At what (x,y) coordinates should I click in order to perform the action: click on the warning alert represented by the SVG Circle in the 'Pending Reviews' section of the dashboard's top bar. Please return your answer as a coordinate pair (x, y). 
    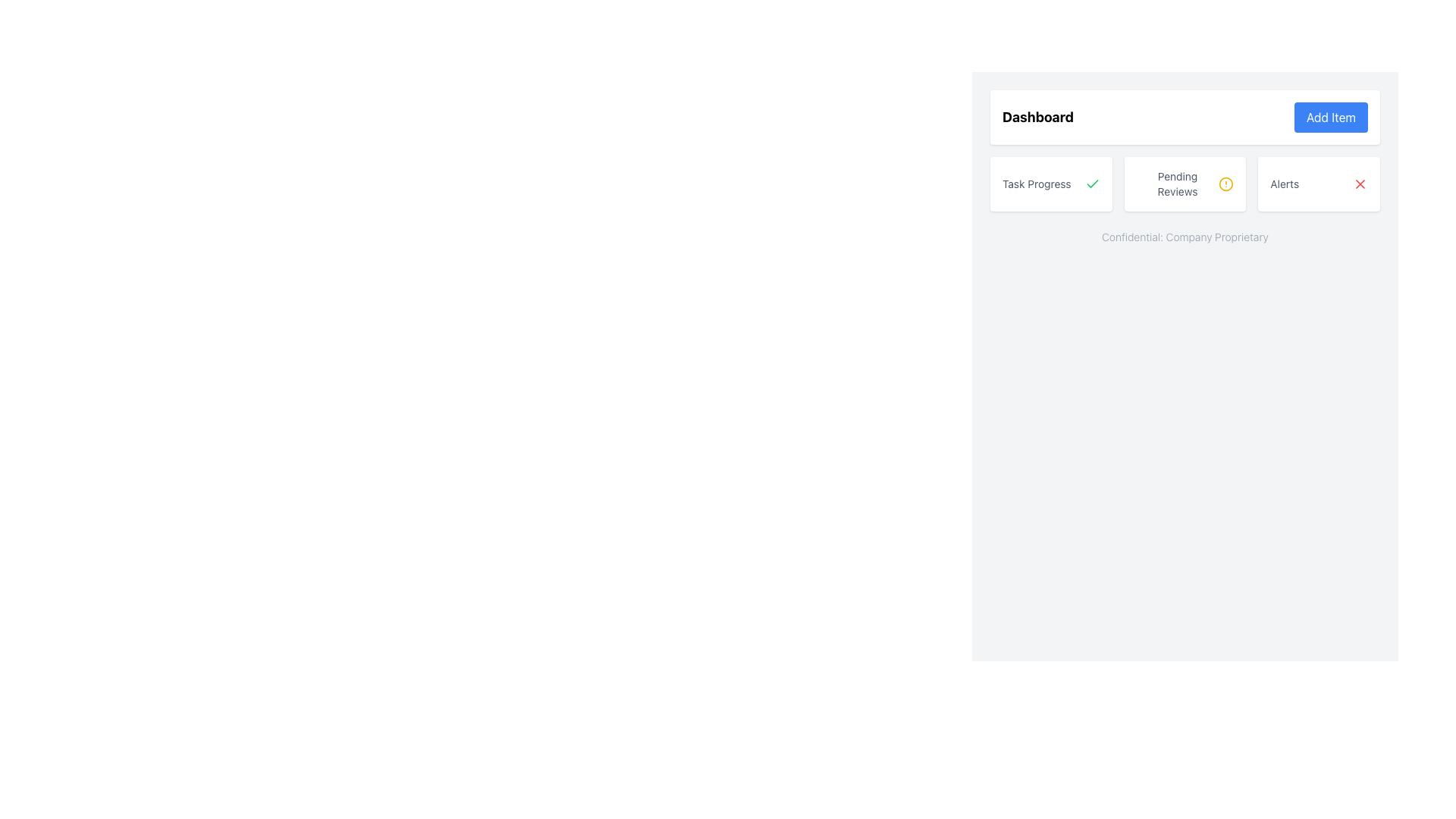
    Looking at the image, I should click on (1226, 184).